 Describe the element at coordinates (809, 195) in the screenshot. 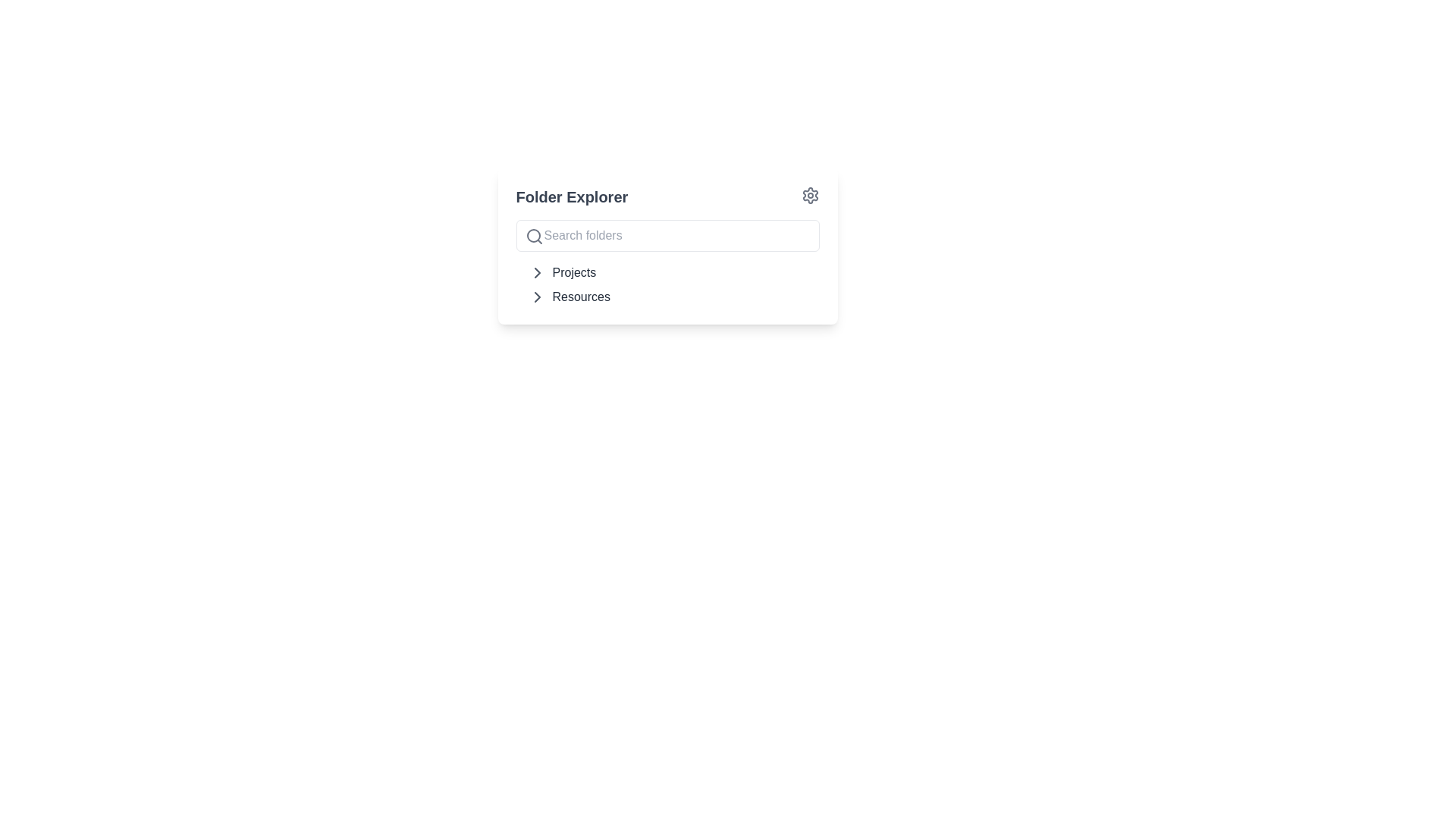

I see `the settings icon button located in the top-right corner of the 'Folder Explorer' section` at that location.